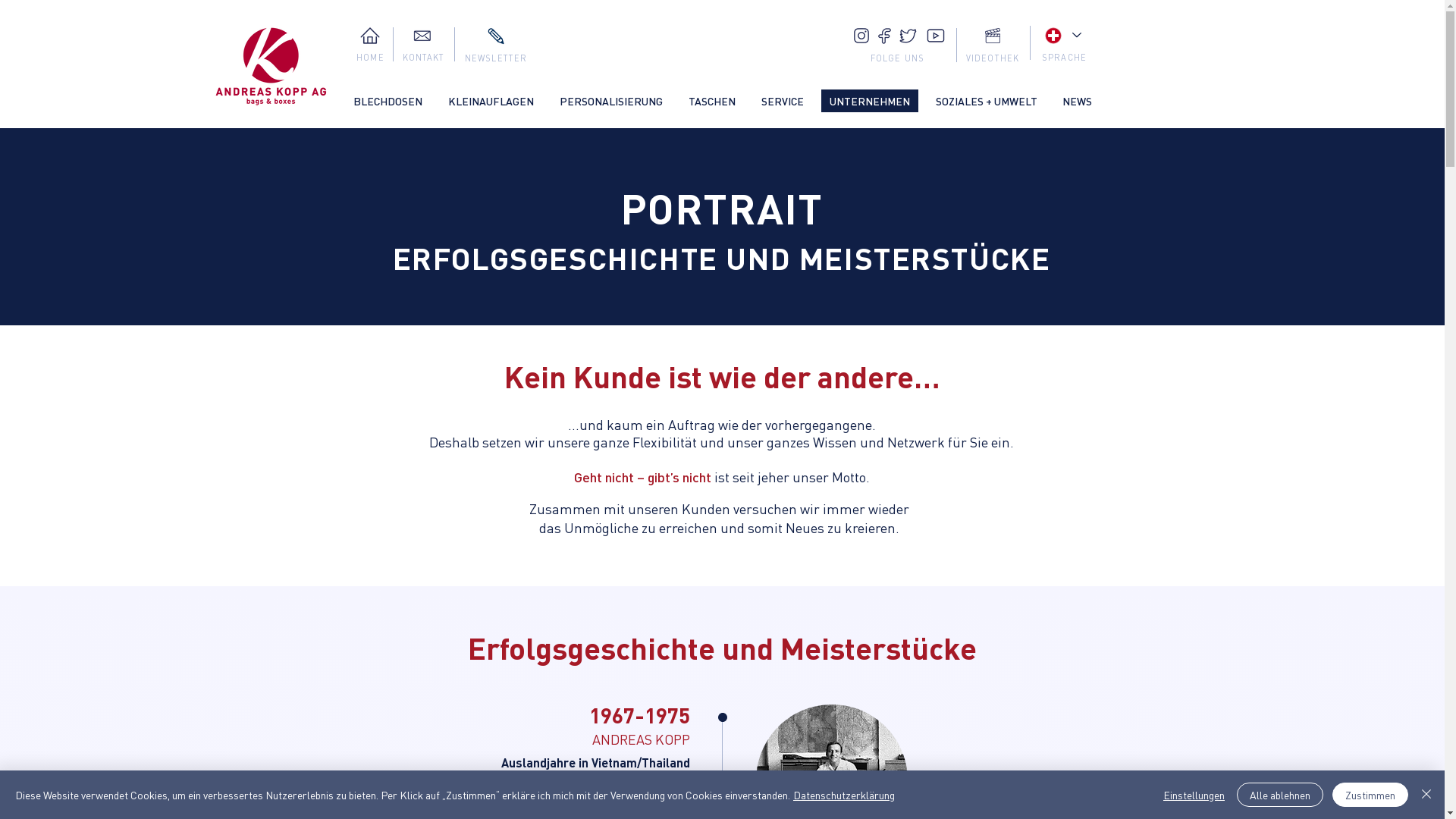 The width and height of the screenshot is (1456, 819). I want to click on 'Youtube', so click(934, 34).